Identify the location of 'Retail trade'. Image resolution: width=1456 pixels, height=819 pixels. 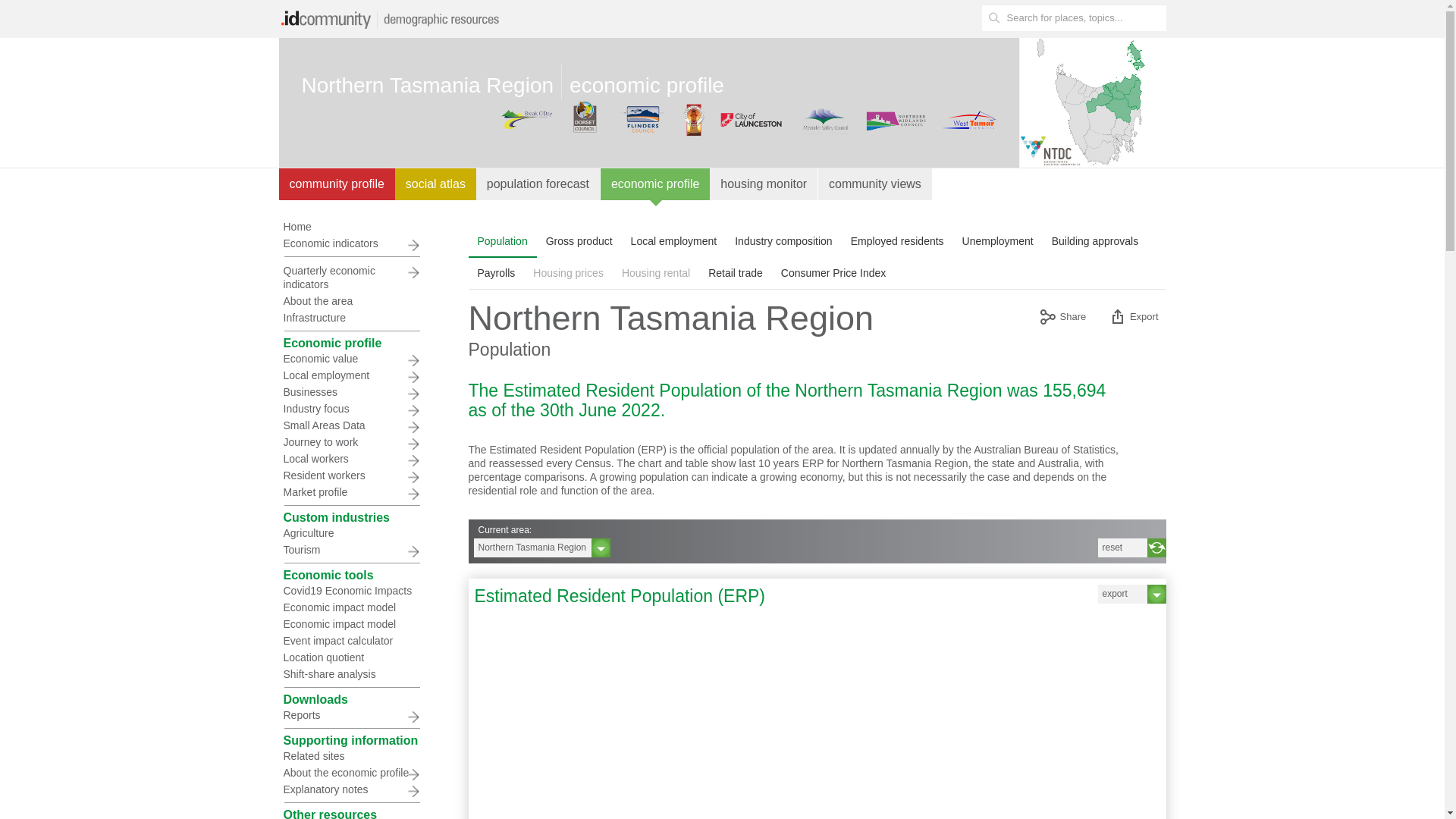
(735, 271).